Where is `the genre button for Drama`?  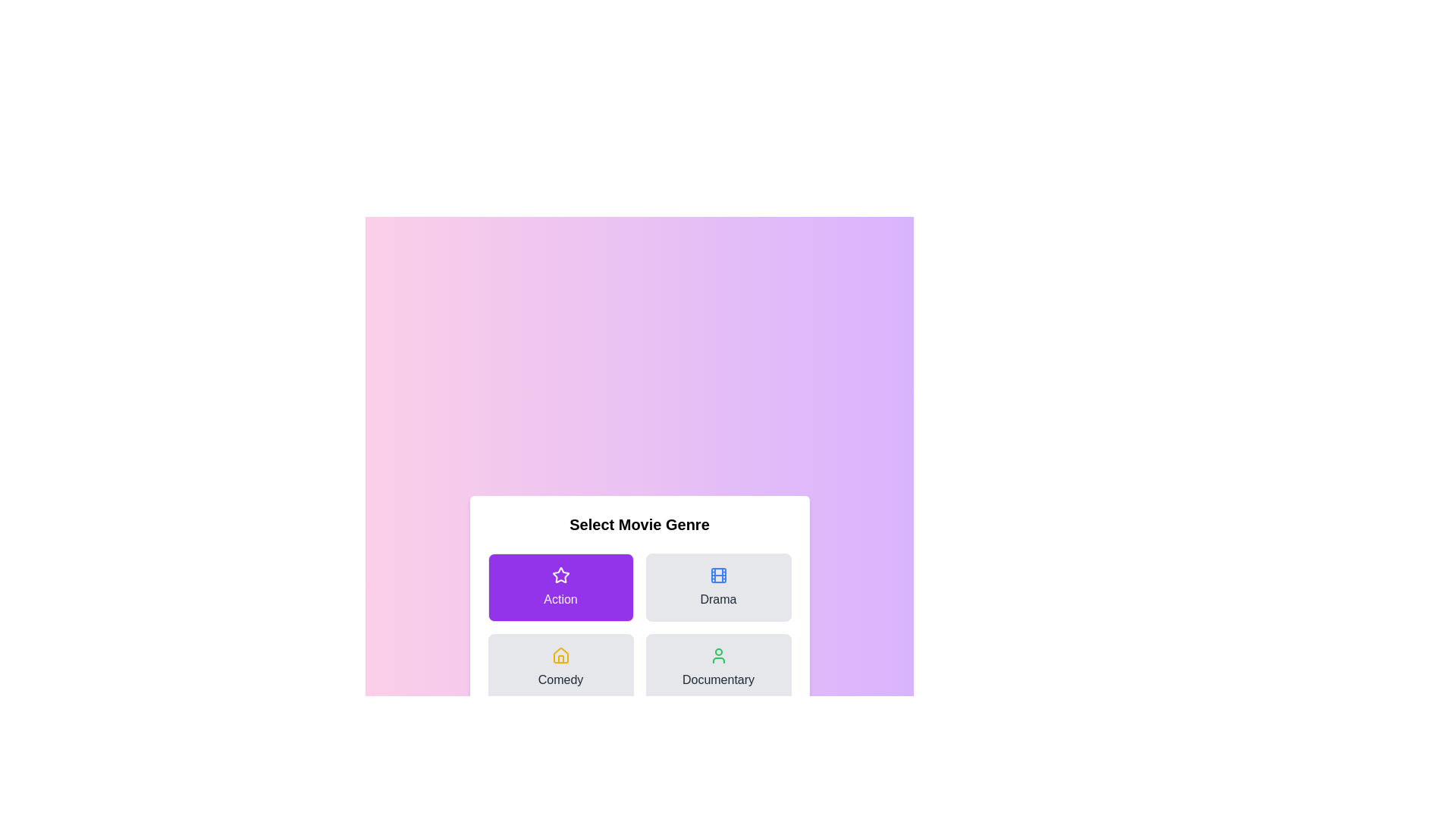
the genre button for Drama is located at coordinates (717, 587).